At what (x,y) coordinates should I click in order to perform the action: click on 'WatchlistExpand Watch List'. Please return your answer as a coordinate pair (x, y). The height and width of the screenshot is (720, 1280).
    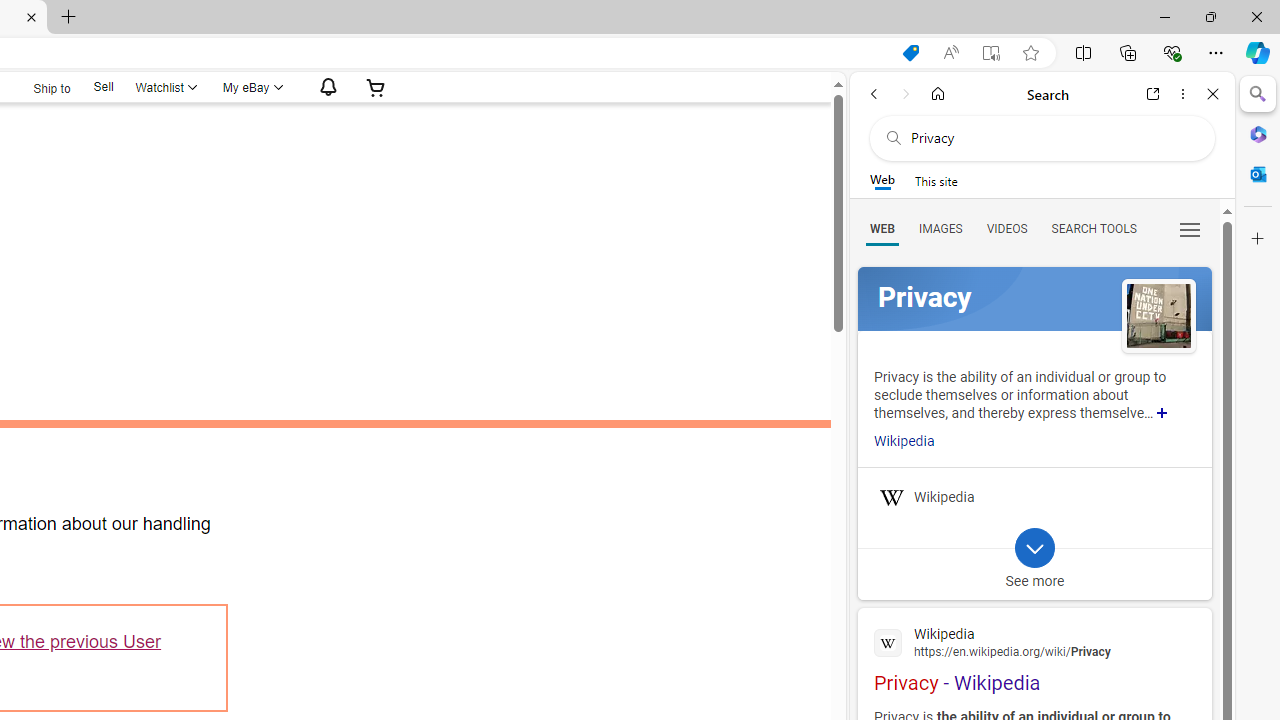
    Looking at the image, I should click on (165, 86).